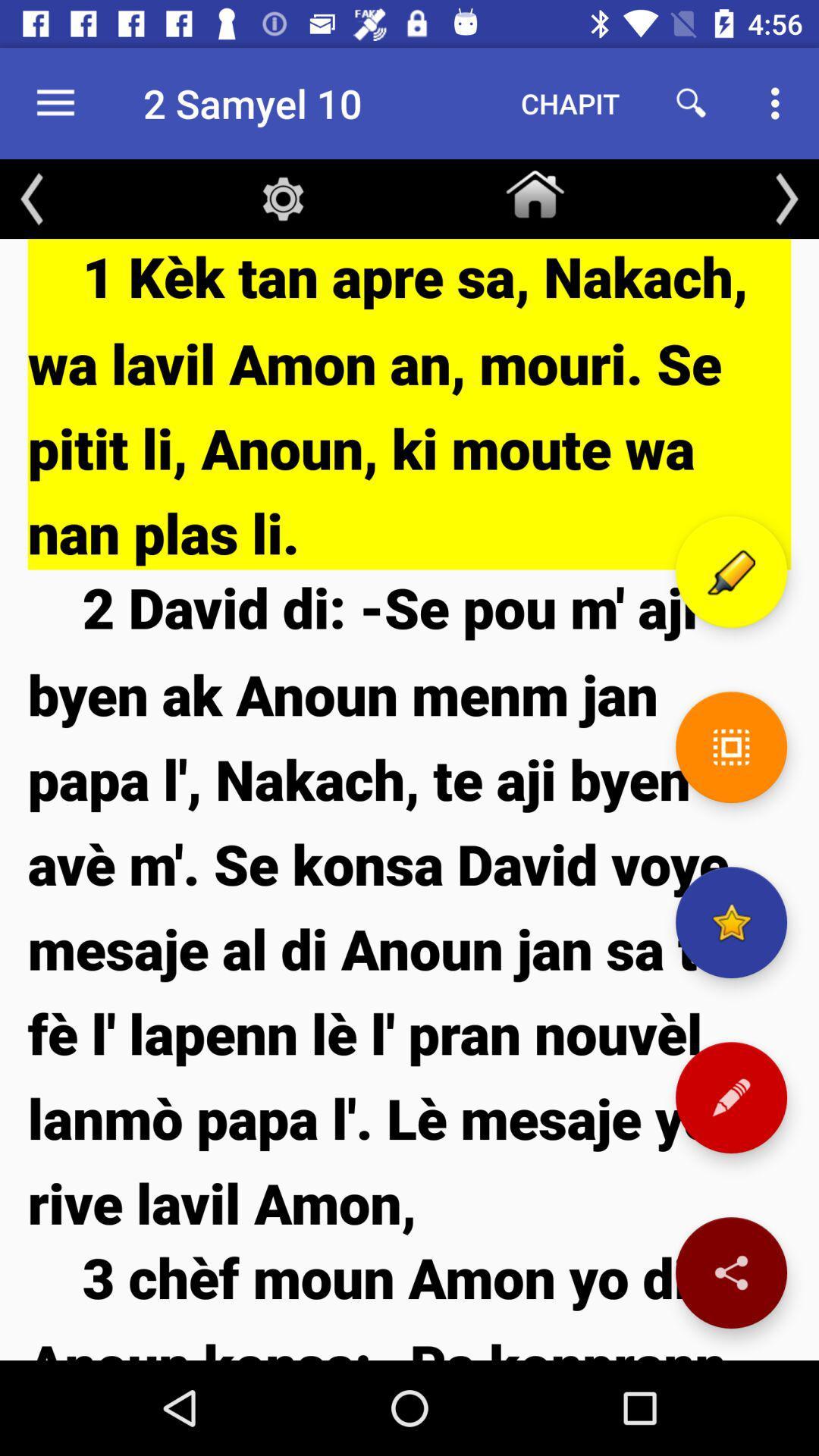 The image size is (819, 1456). I want to click on the arrow_backward icon, so click(32, 198).